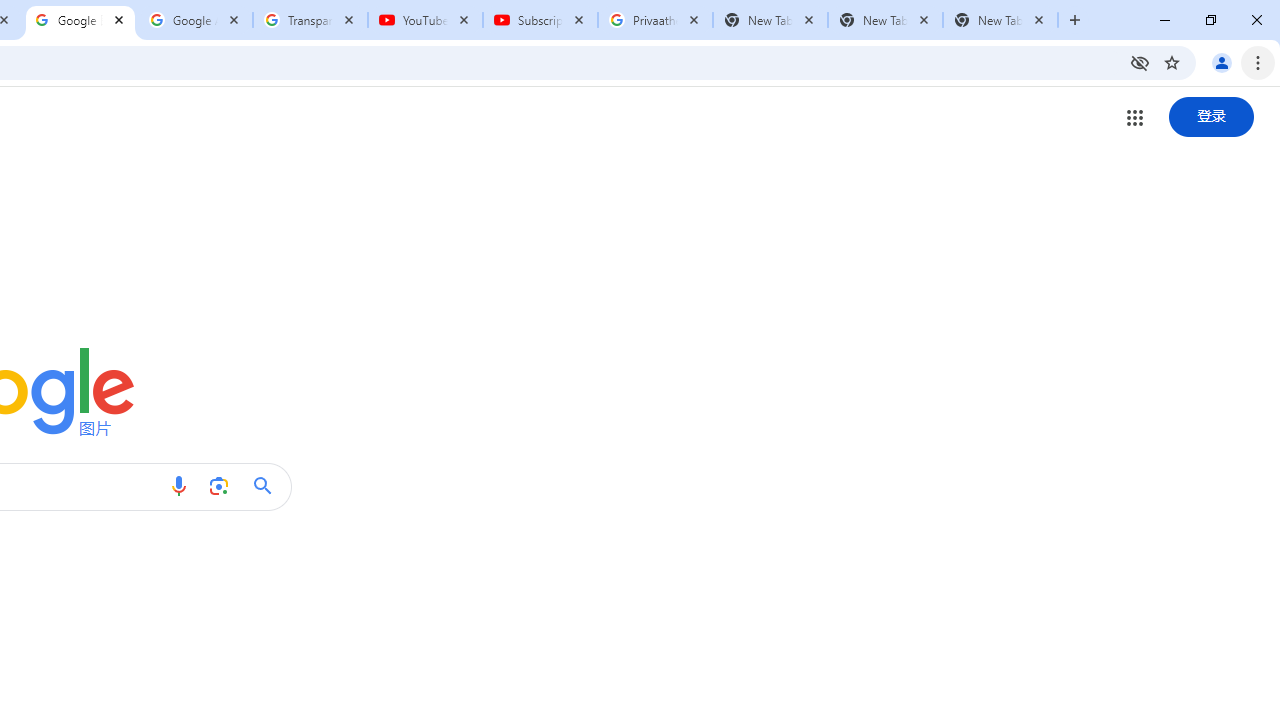  What do you see at coordinates (423, 20) in the screenshot?
I see `'YouTube'` at bounding box center [423, 20].